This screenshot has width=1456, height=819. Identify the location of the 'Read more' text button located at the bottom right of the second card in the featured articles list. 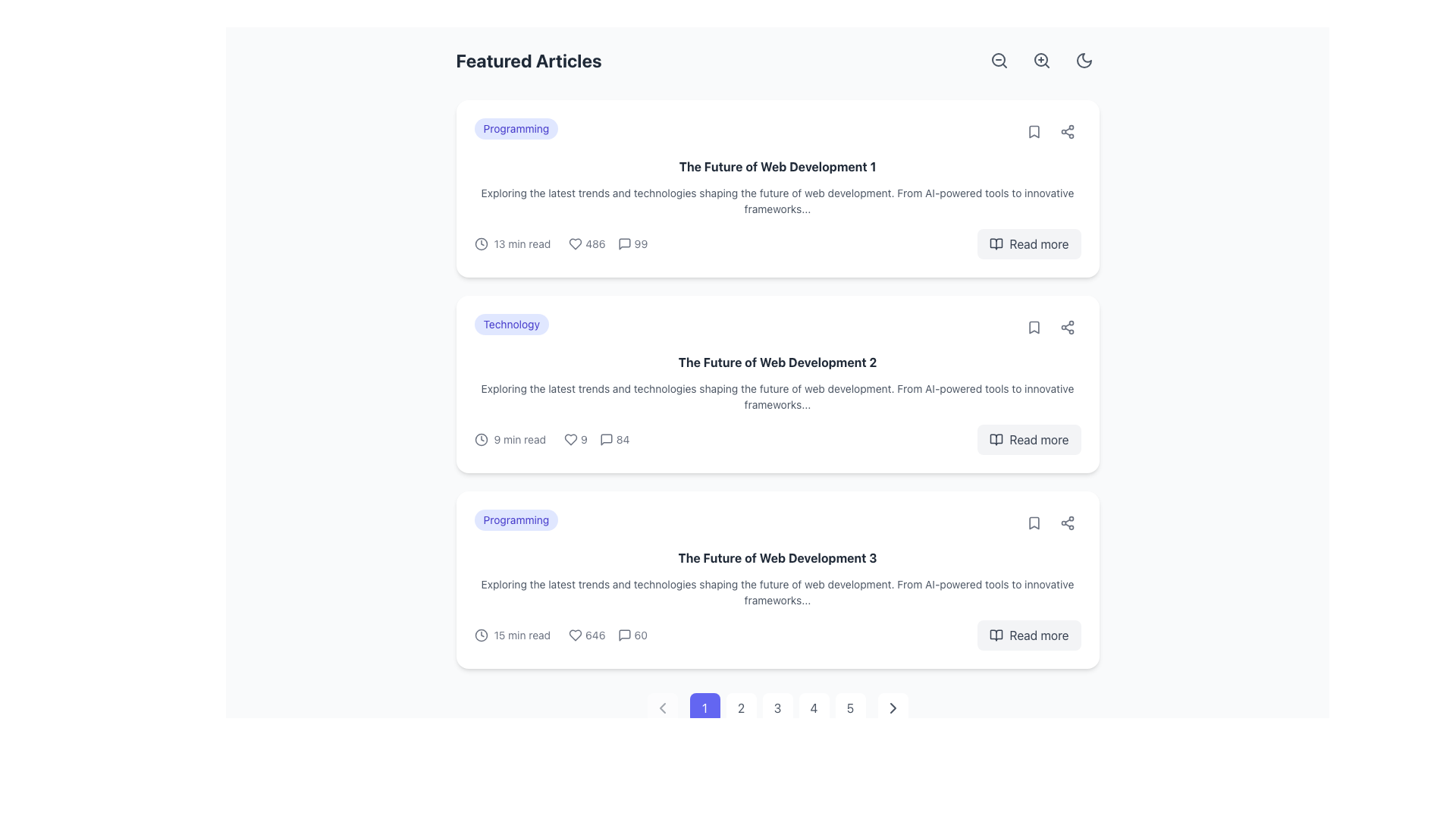
(1038, 439).